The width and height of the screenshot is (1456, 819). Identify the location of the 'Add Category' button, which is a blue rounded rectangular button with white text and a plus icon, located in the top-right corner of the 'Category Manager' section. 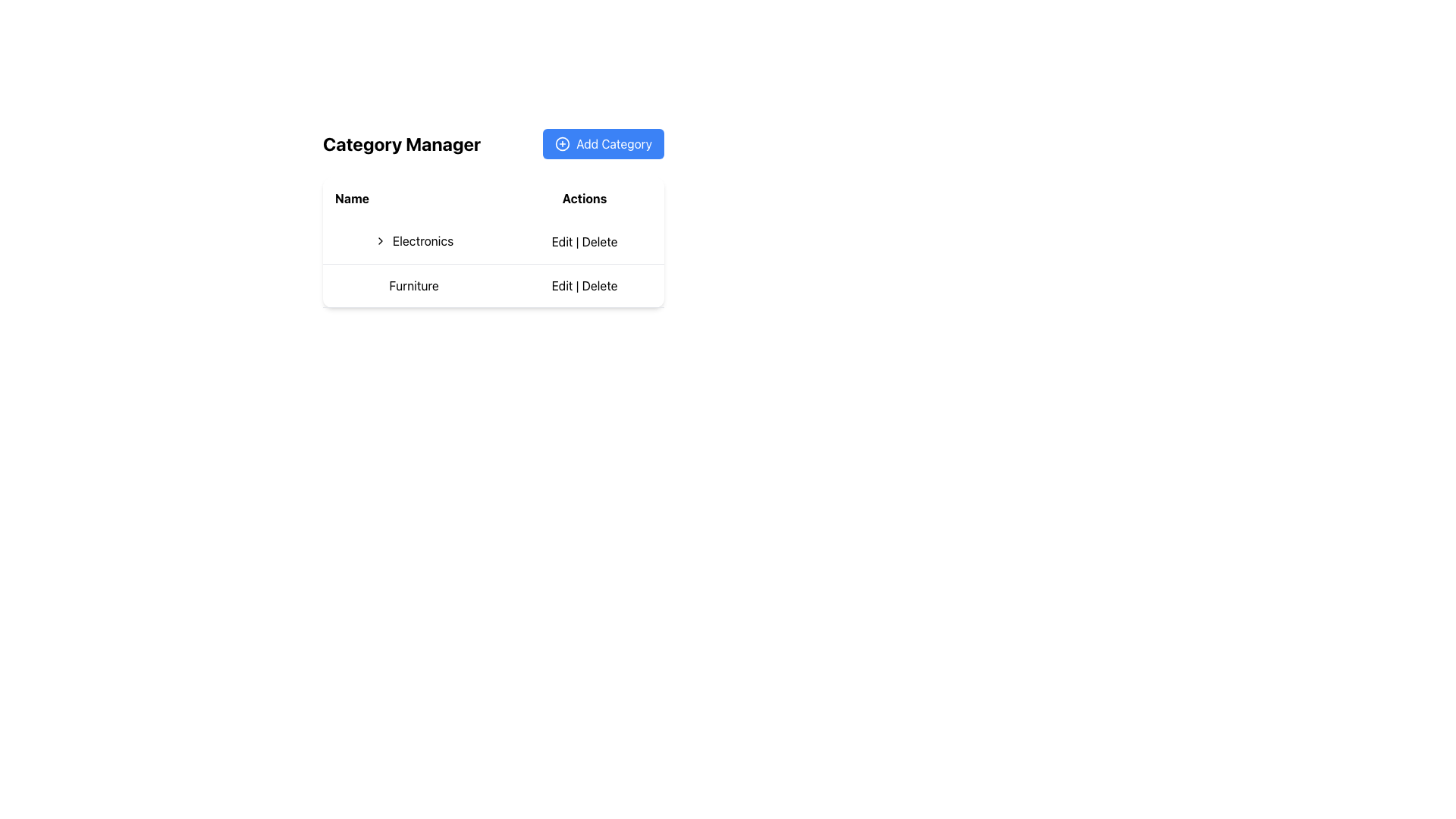
(603, 143).